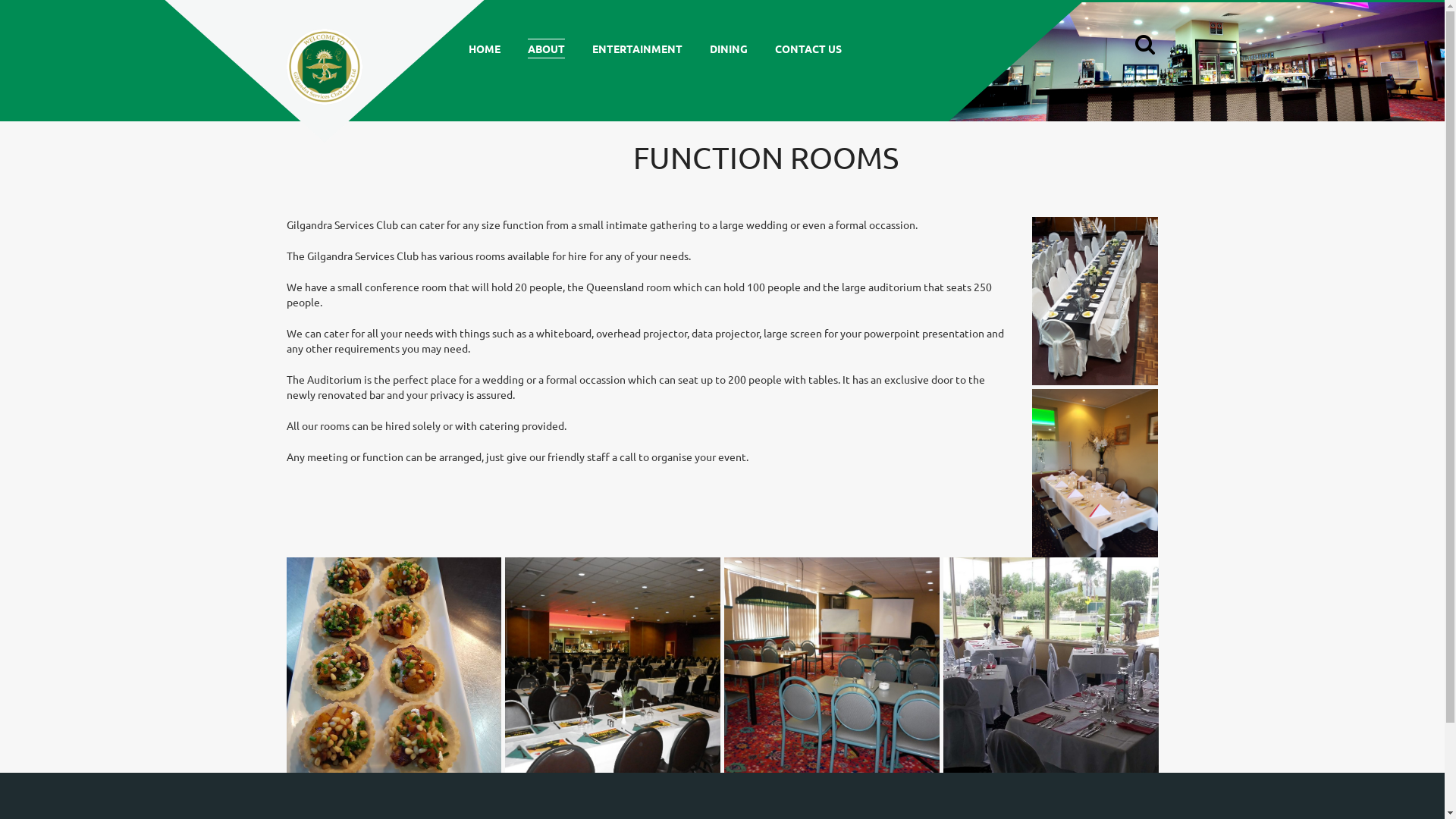 This screenshot has height=819, width=1456. What do you see at coordinates (1095, 472) in the screenshot?
I see `'decor'` at bounding box center [1095, 472].